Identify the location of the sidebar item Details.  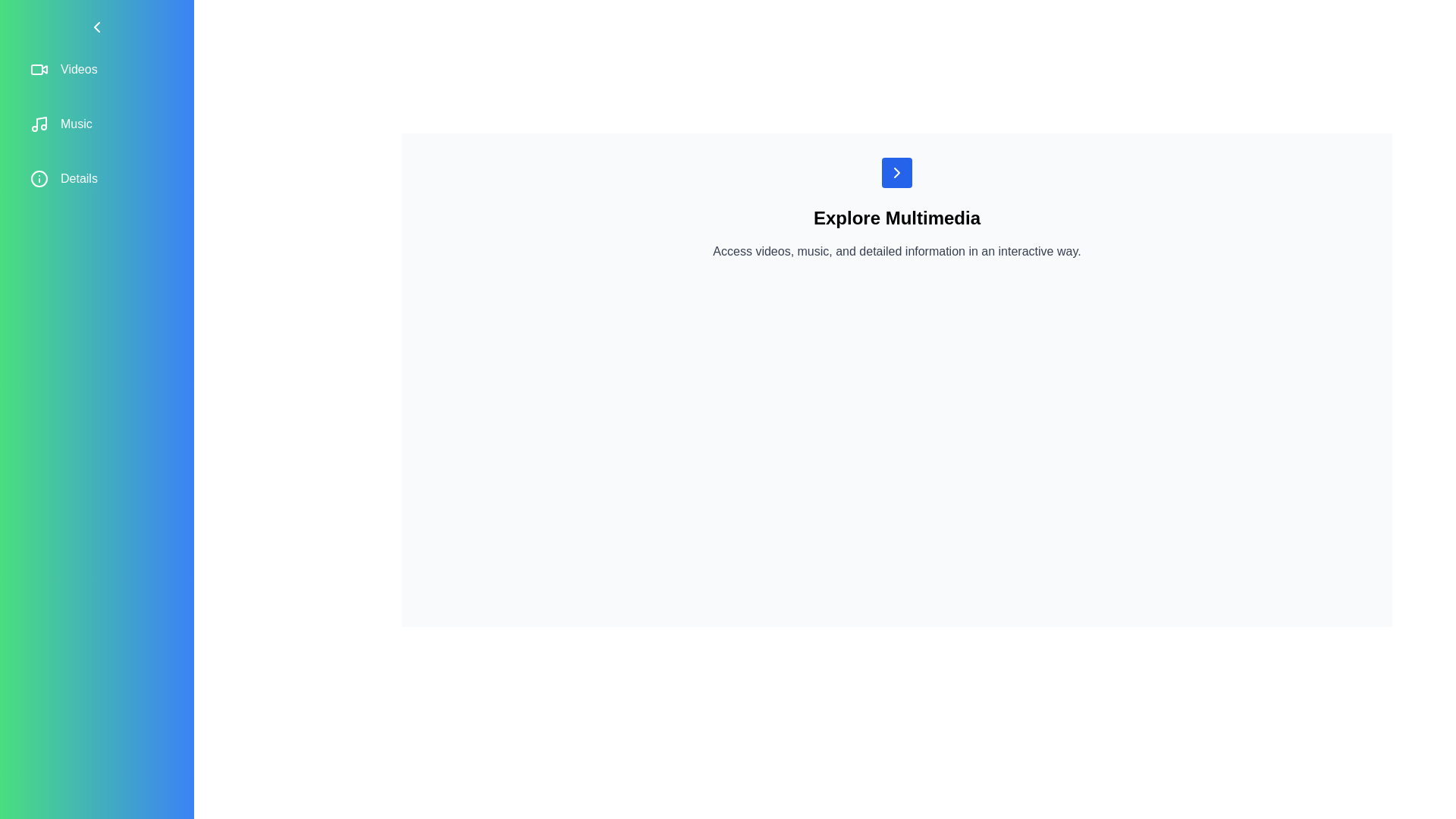
(96, 177).